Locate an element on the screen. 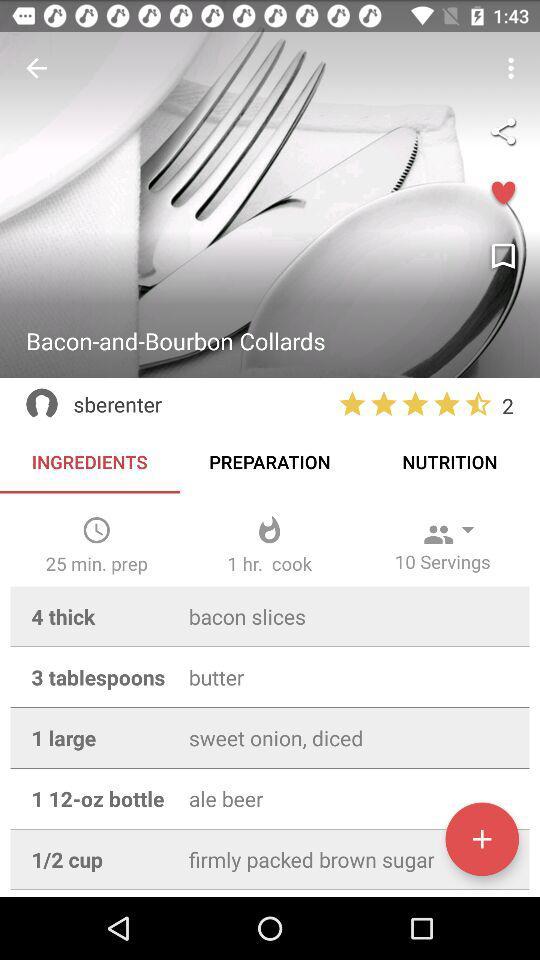 The height and width of the screenshot is (960, 540). item is located at coordinates (481, 839).